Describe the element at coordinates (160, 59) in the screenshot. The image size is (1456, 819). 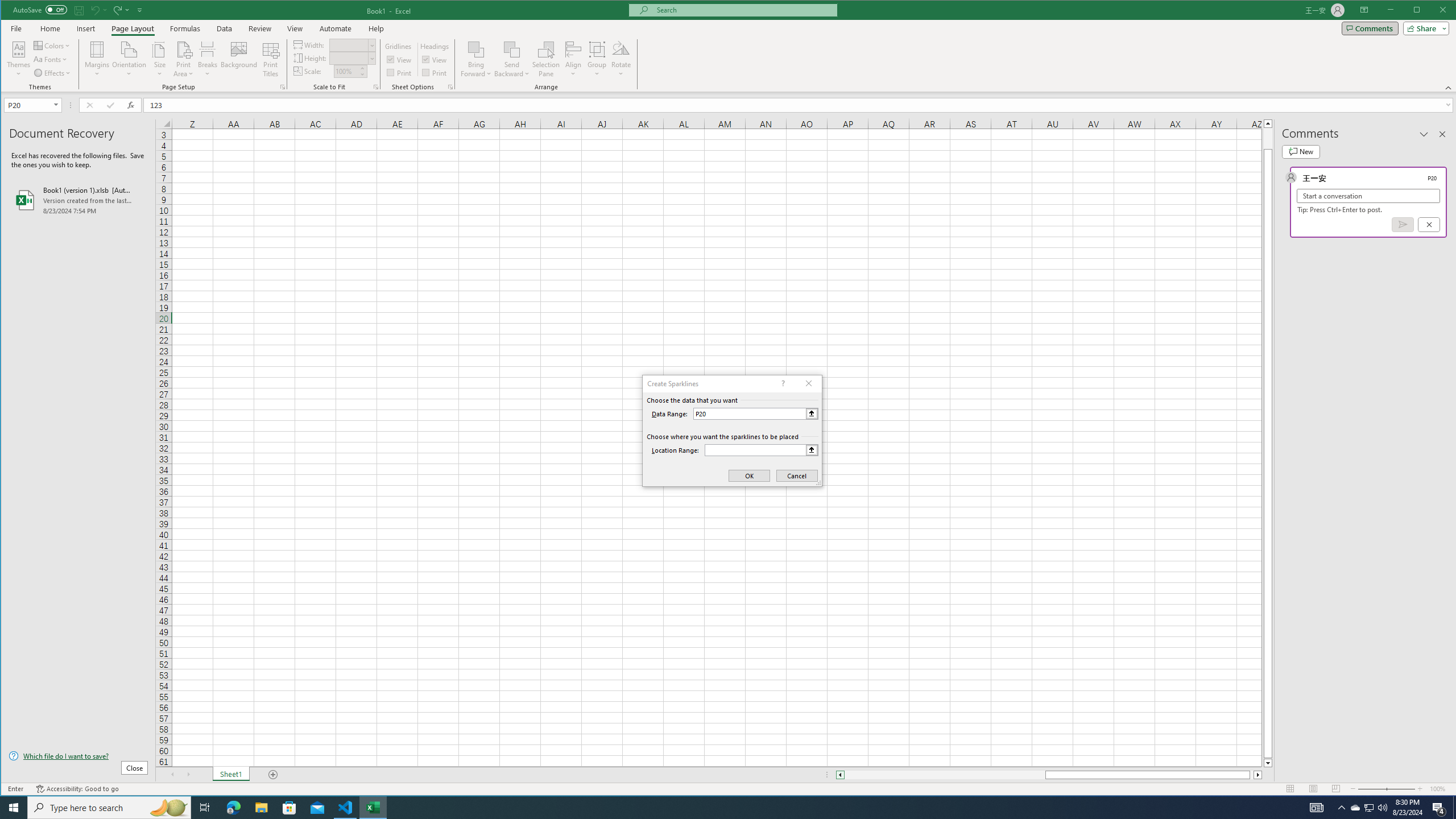
I see `'Size'` at that location.